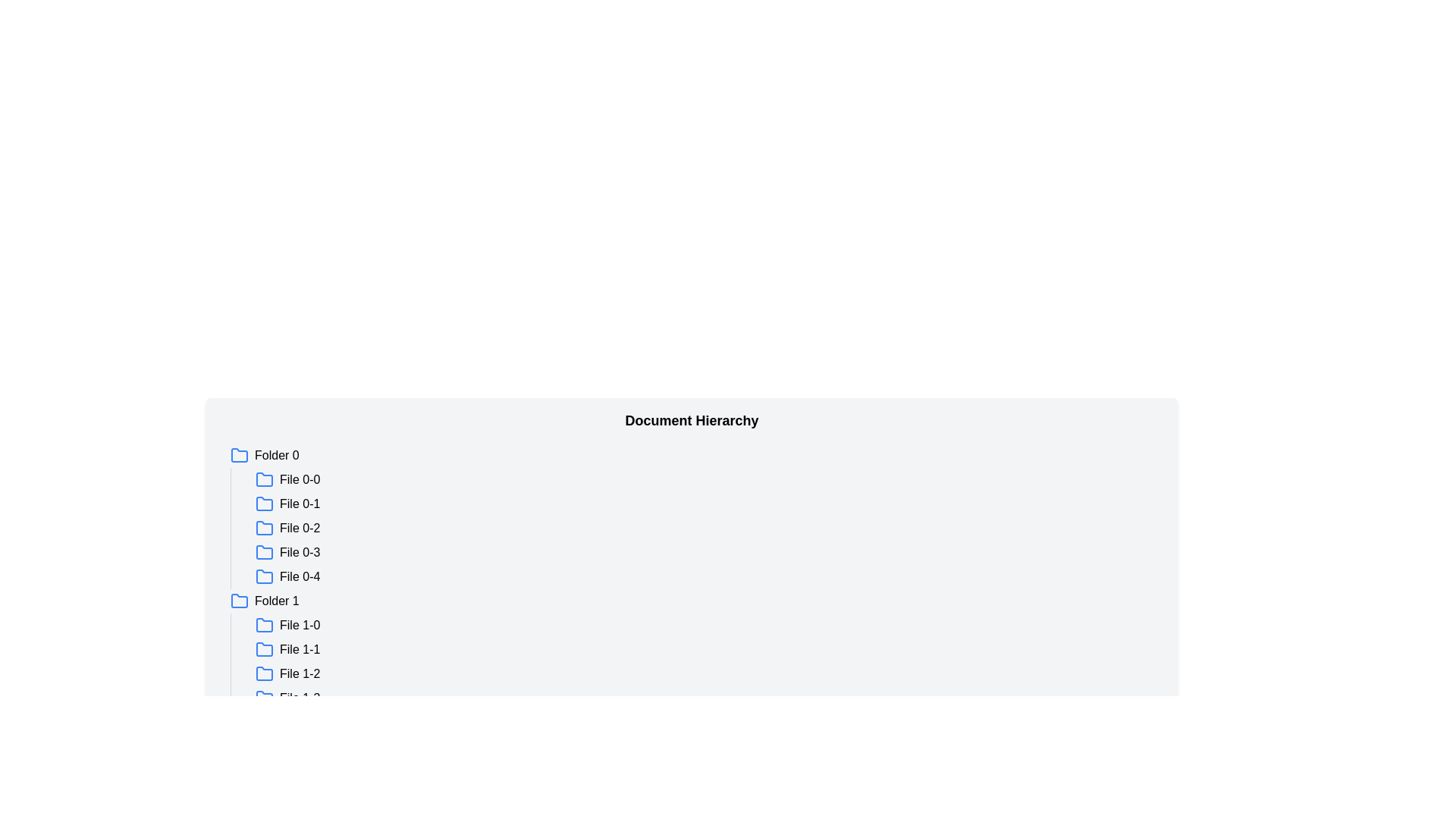 This screenshot has width=1456, height=819. Describe the element at coordinates (300, 698) in the screenshot. I see `the static text label identifying 'File 1-3' next to the folder icon under 'Folder 1'` at that location.